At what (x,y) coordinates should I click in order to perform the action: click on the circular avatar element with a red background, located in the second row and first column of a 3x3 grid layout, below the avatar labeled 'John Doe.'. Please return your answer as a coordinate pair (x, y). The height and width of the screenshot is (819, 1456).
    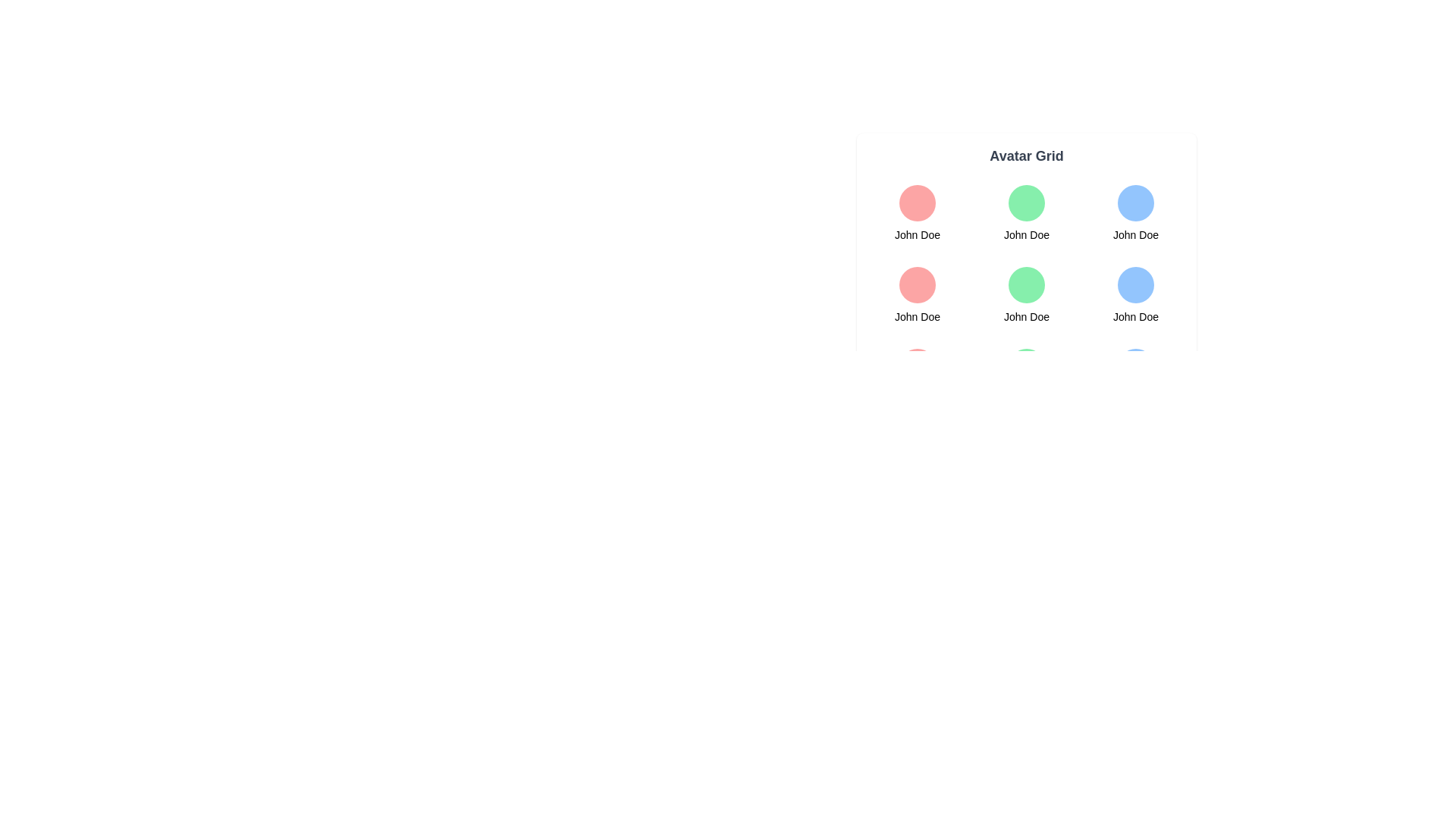
    Looking at the image, I should click on (916, 284).